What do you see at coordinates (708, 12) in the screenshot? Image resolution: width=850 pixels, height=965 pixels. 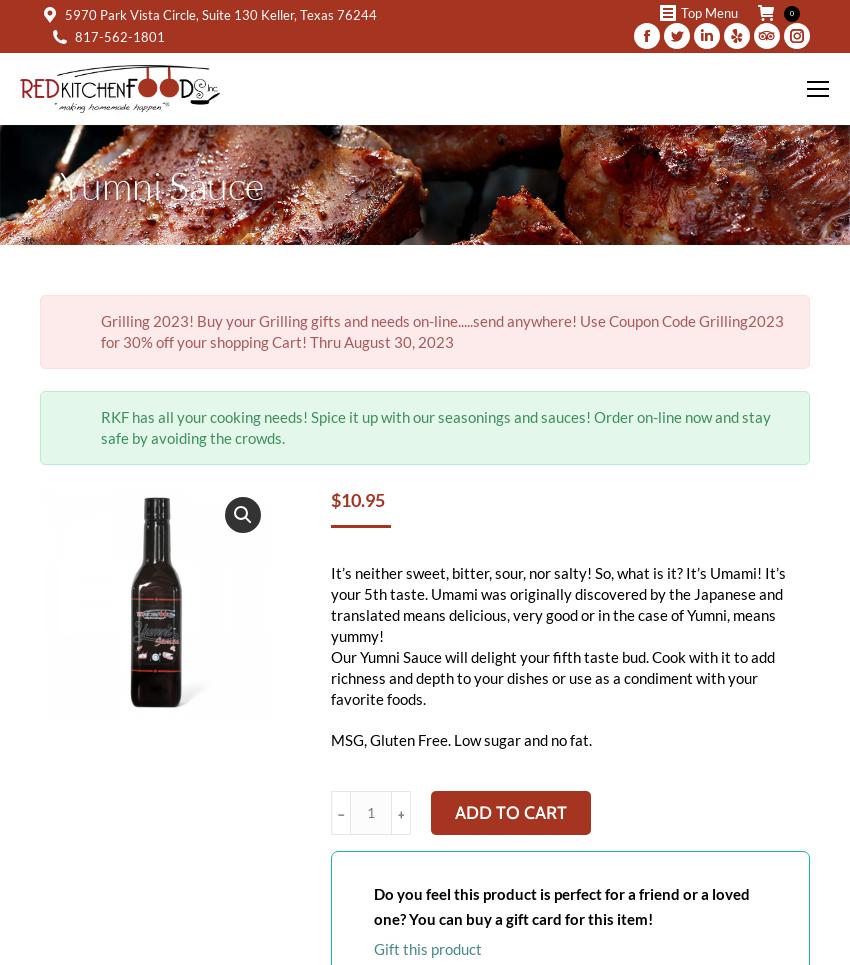 I see `'Top Menu'` at bounding box center [708, 12].